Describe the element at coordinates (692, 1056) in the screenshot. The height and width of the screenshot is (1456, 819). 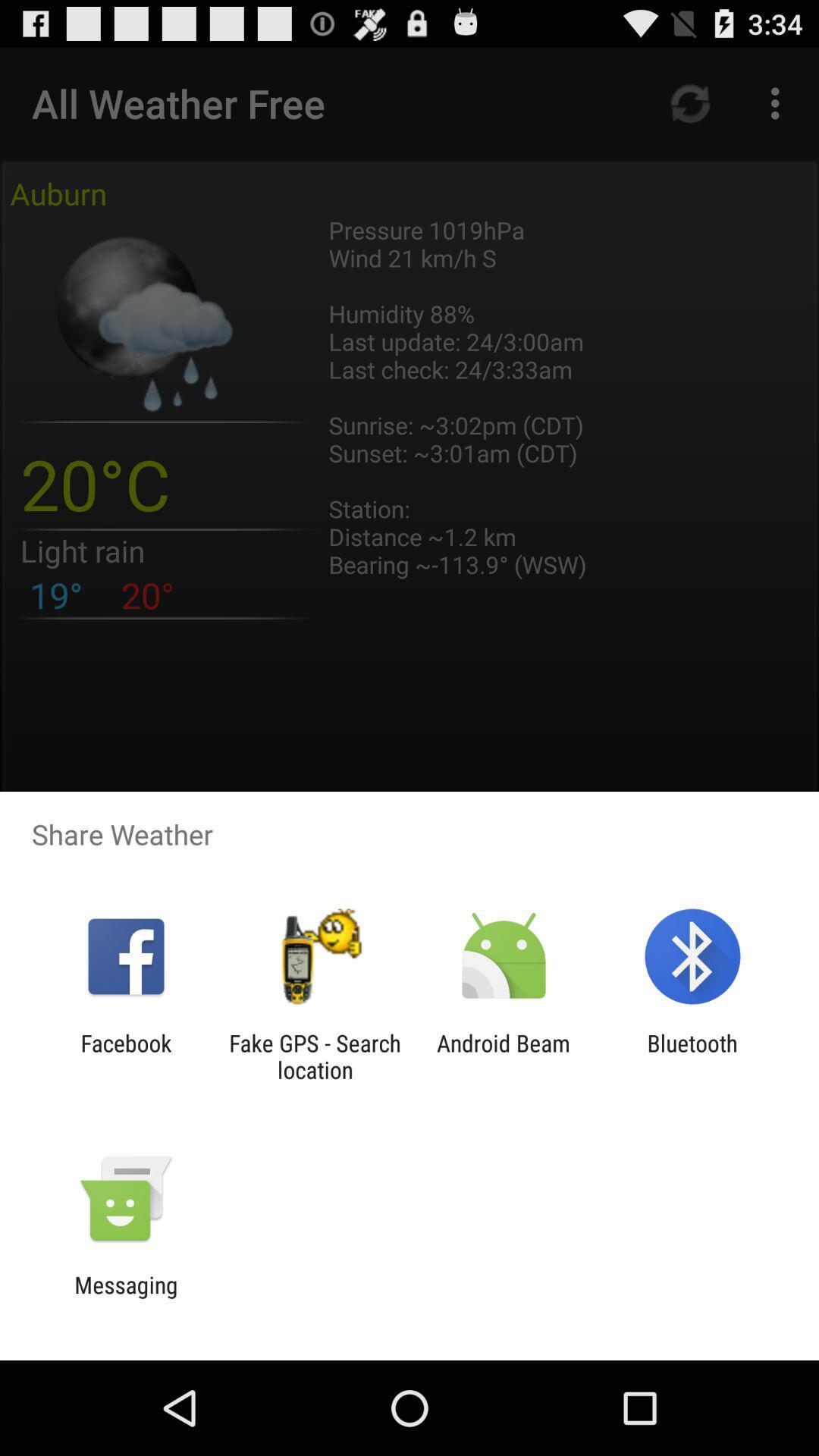
I see `the bluetooth` at that location.